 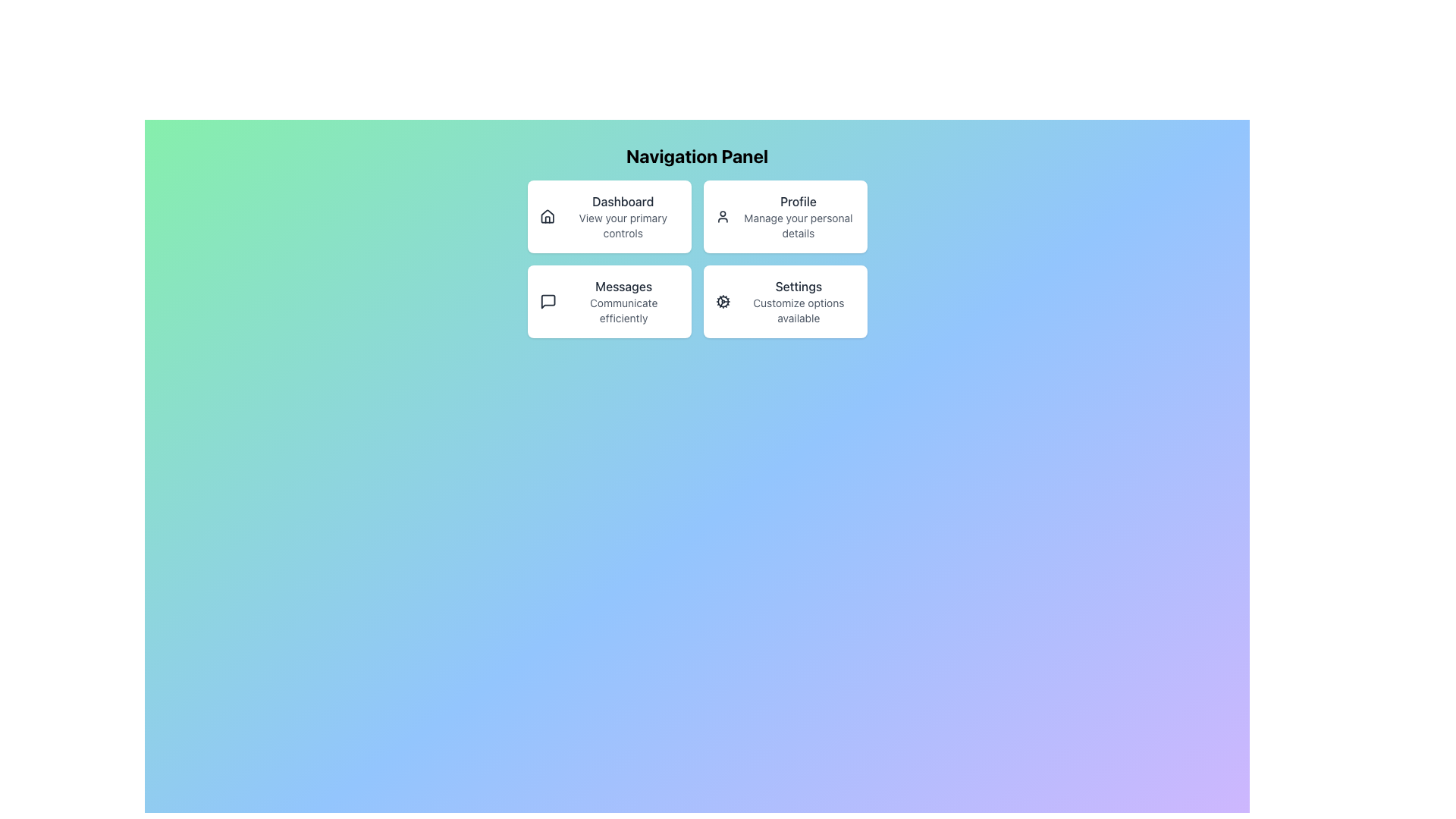 What do you see at coordinates (623, 301) in the screenshot?
I see `the Text Block with Title and Subtitle that introduces the Messages section, which is positioned in the first column of the second row of a 2x2 grid layout` at bounding box center [623, 301].